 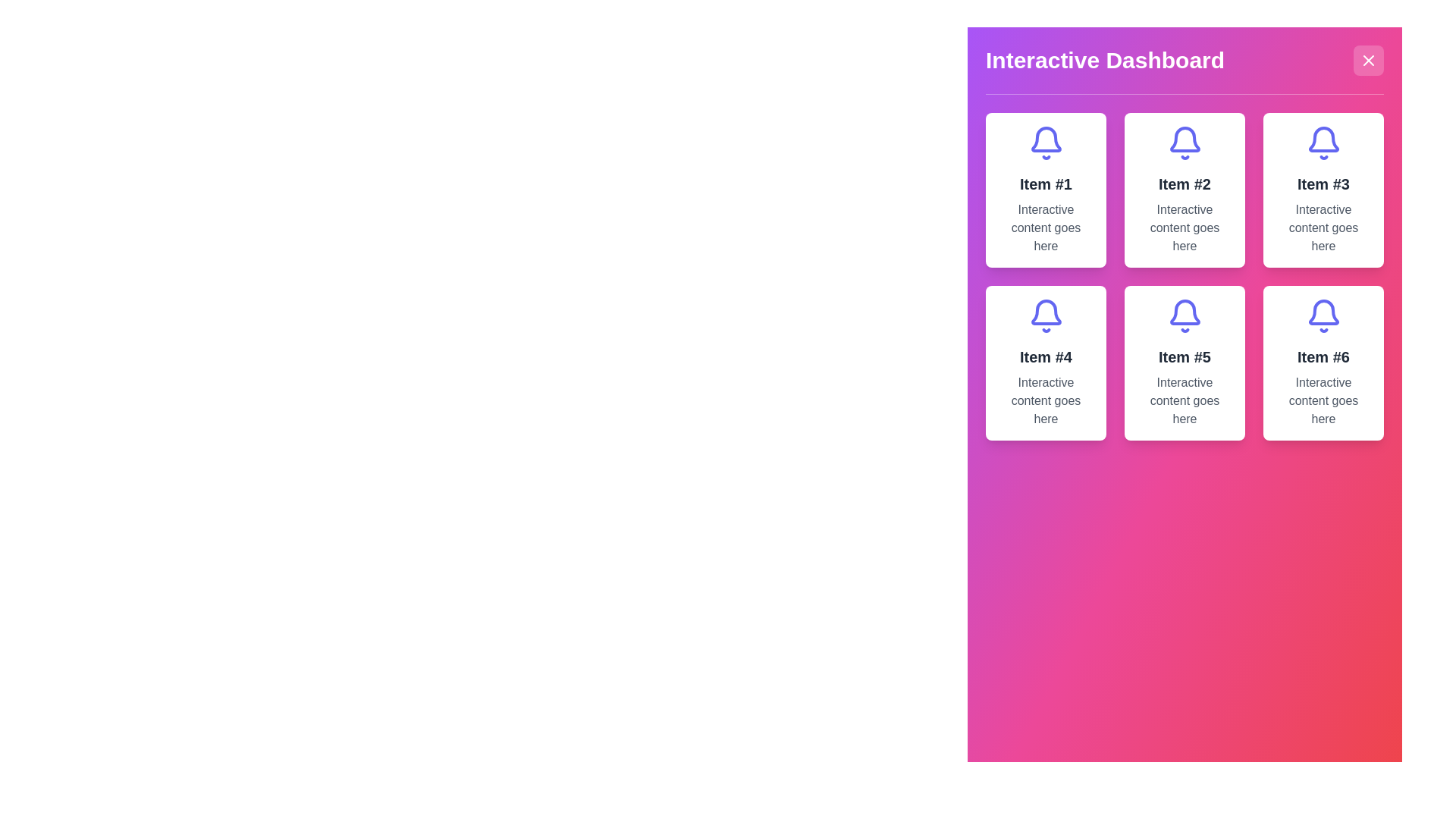 I want to click on the multi-line text block displaying 'Interactive content goes here.' which is styled in muted grey and located in the second card of the grid layout under the title 'Interactive Dashboard.', so click(x=1184, y=227).